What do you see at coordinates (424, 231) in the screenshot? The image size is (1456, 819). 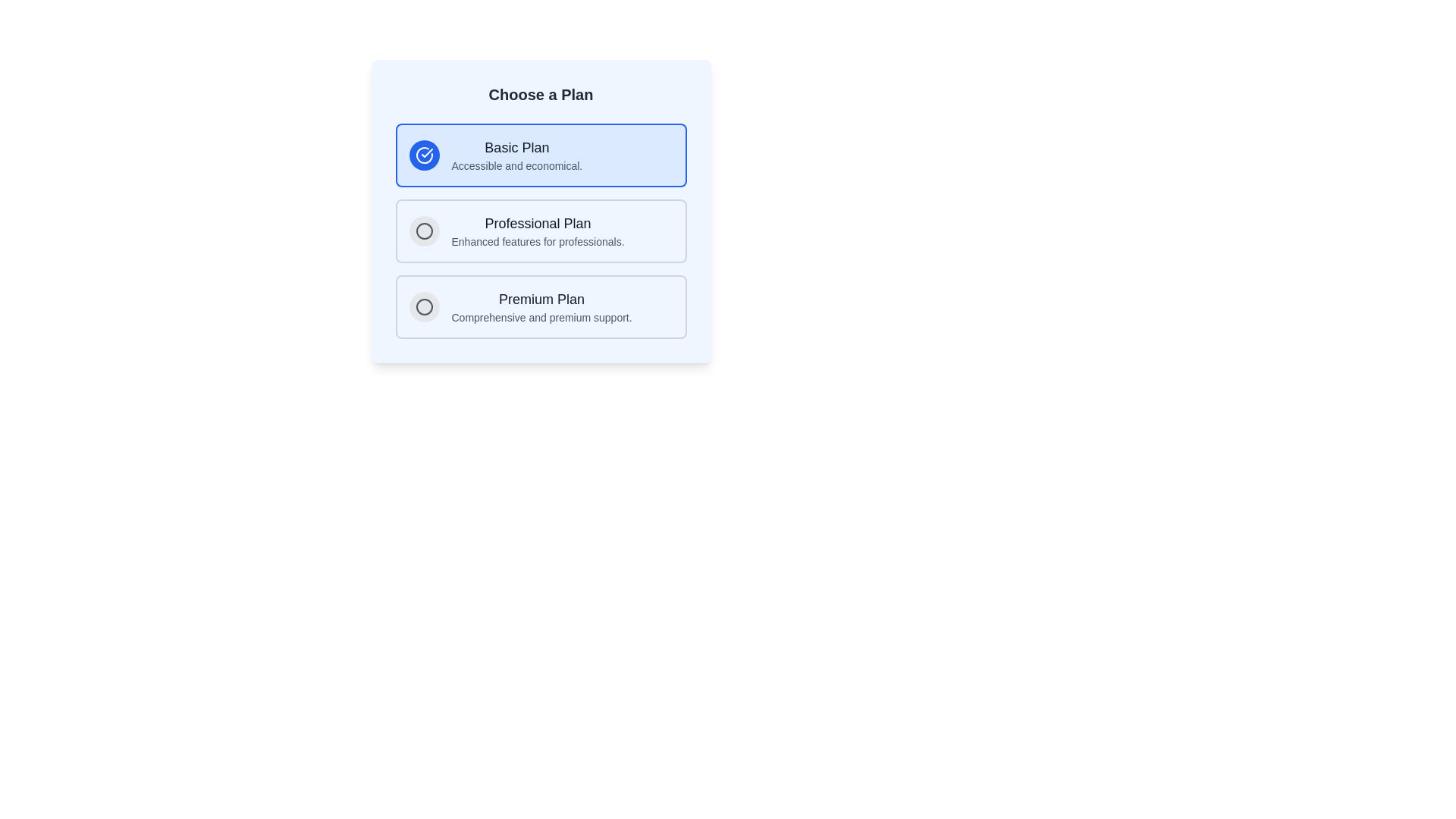 I see `the circular graphical indicator for the 'Professional Plan' option, located in the second row of the plan selection interface` at bounding box center [424, 231].